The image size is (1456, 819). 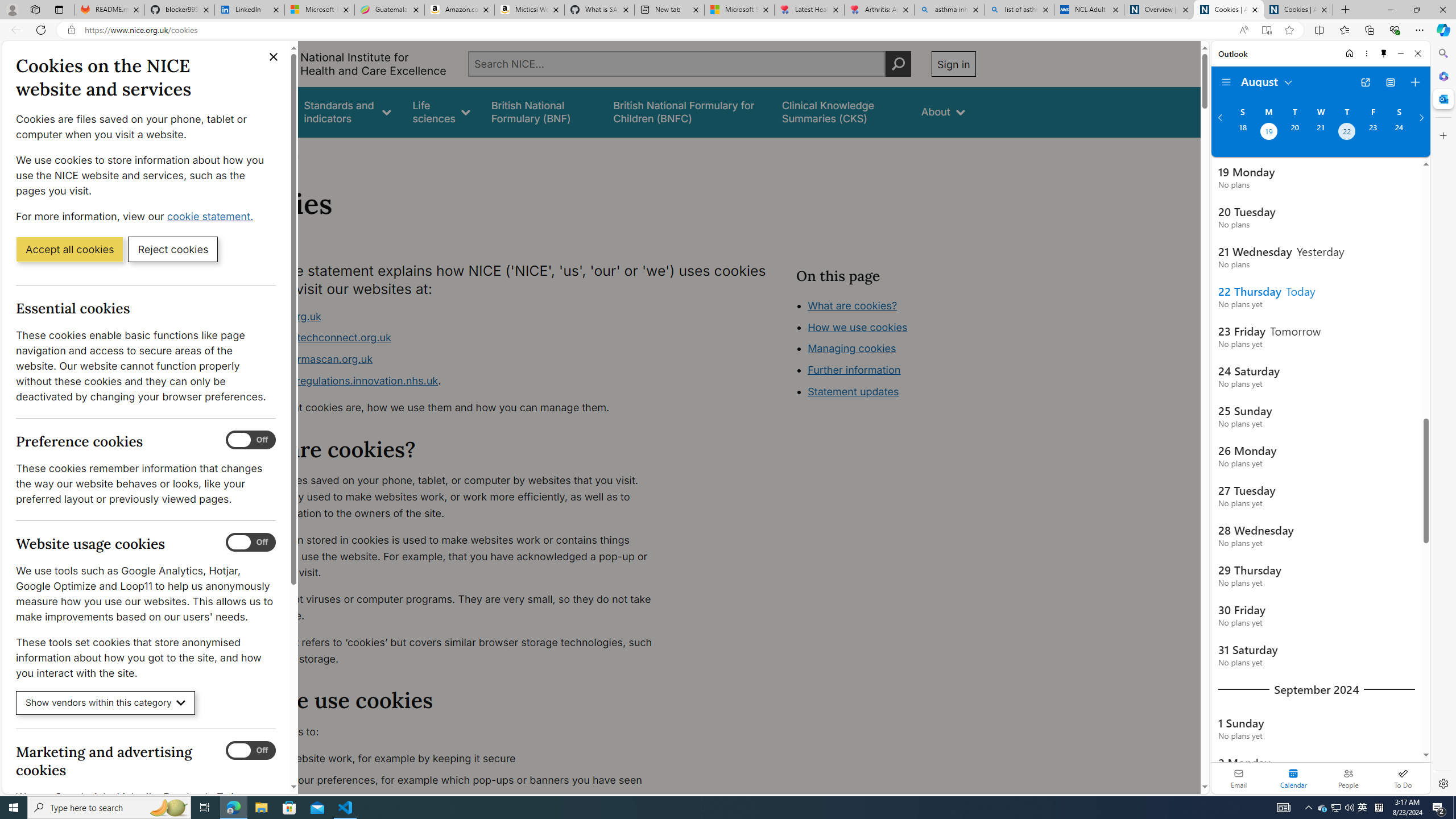 What do you see at coordinates (69, 248) in the screenshot?
I see `'Accept all cookies'` at bounding box center [69, 248].